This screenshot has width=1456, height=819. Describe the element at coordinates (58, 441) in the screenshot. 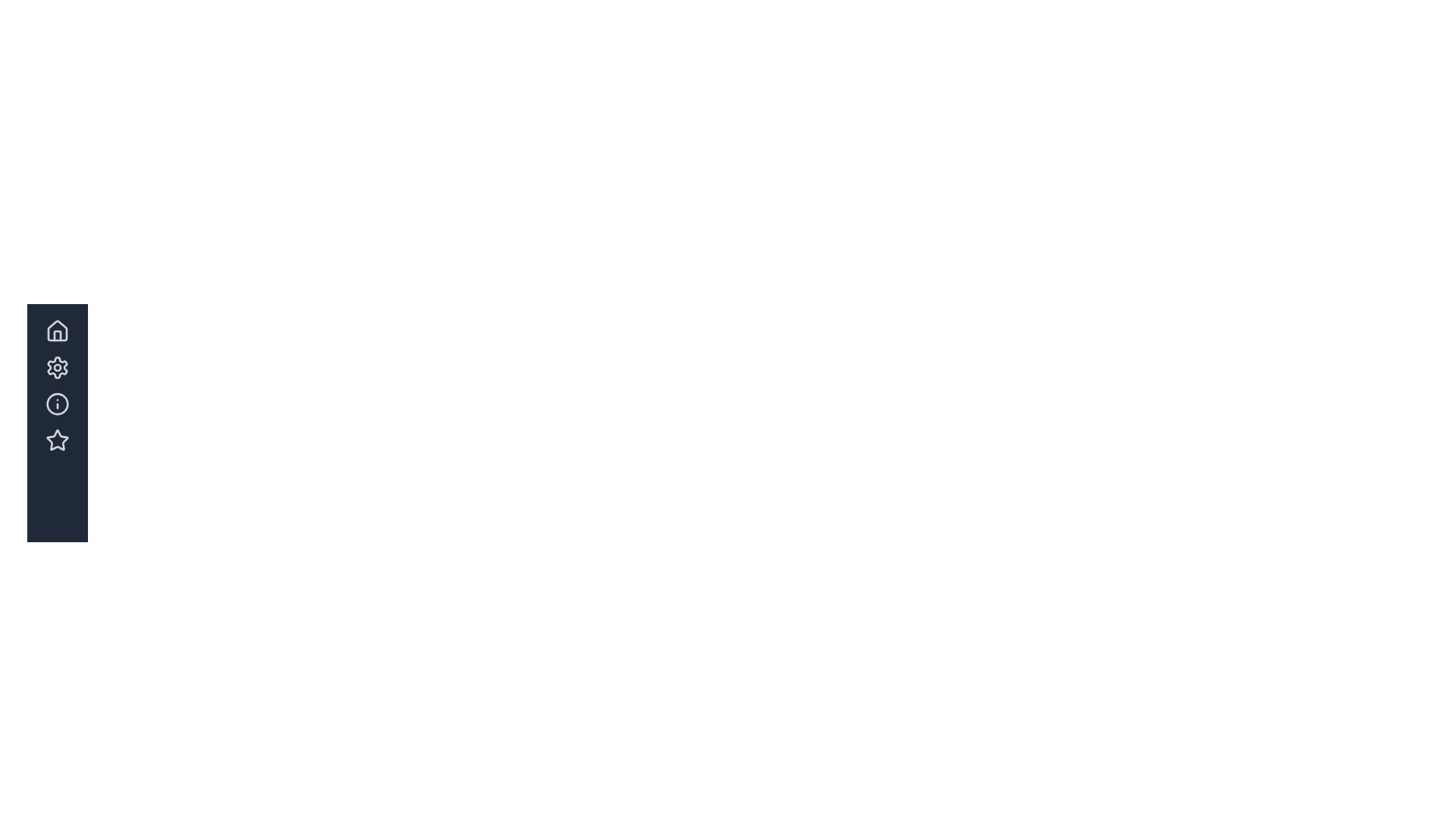

I see `the star-shaped icon in the left sidebar, which represents the 'Access your favorites' action and is the fourth option in a vertical stack of icons` at that location.